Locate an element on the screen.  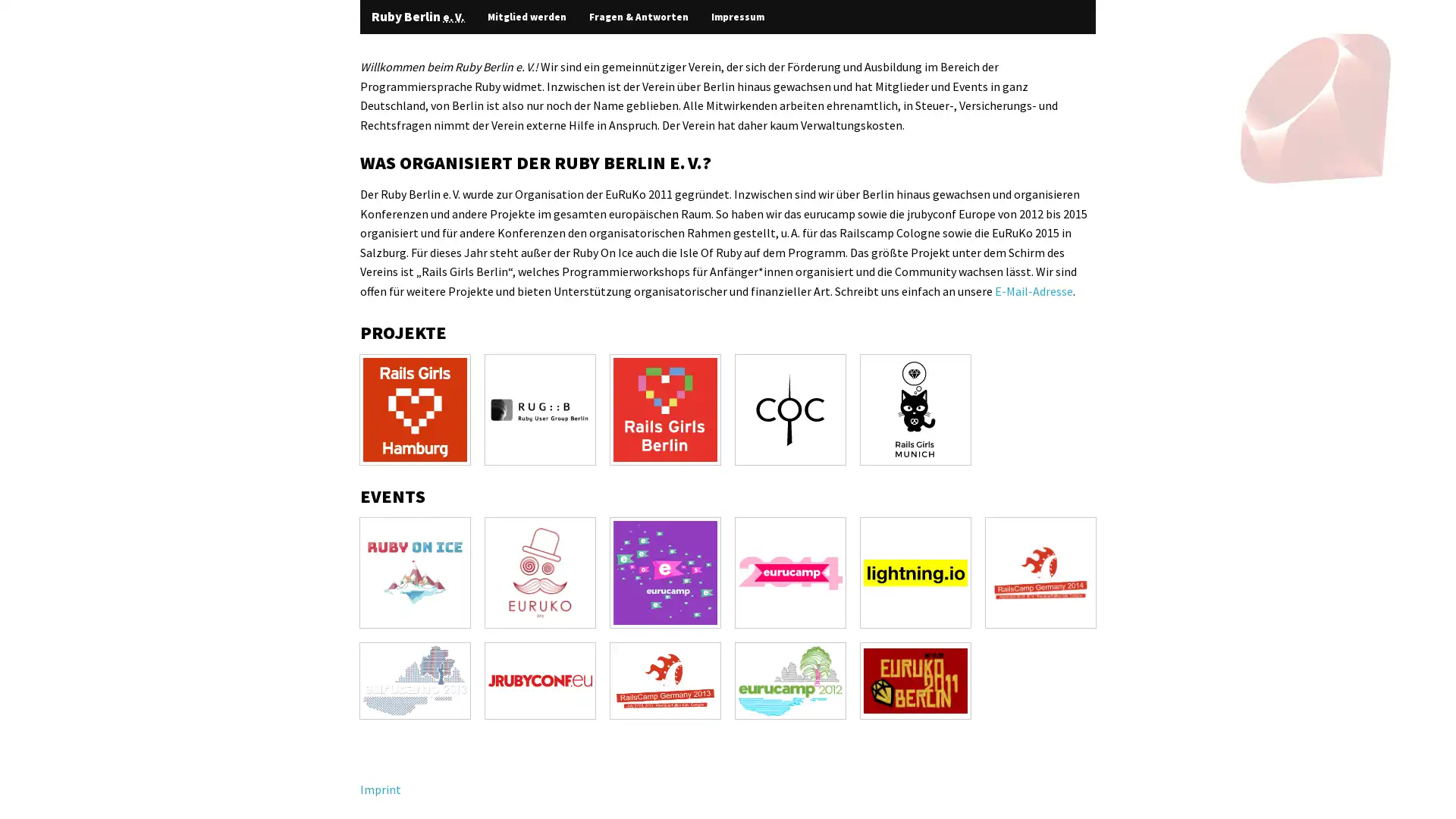
Berlin code of conduct is located at coordinates (789, 408).